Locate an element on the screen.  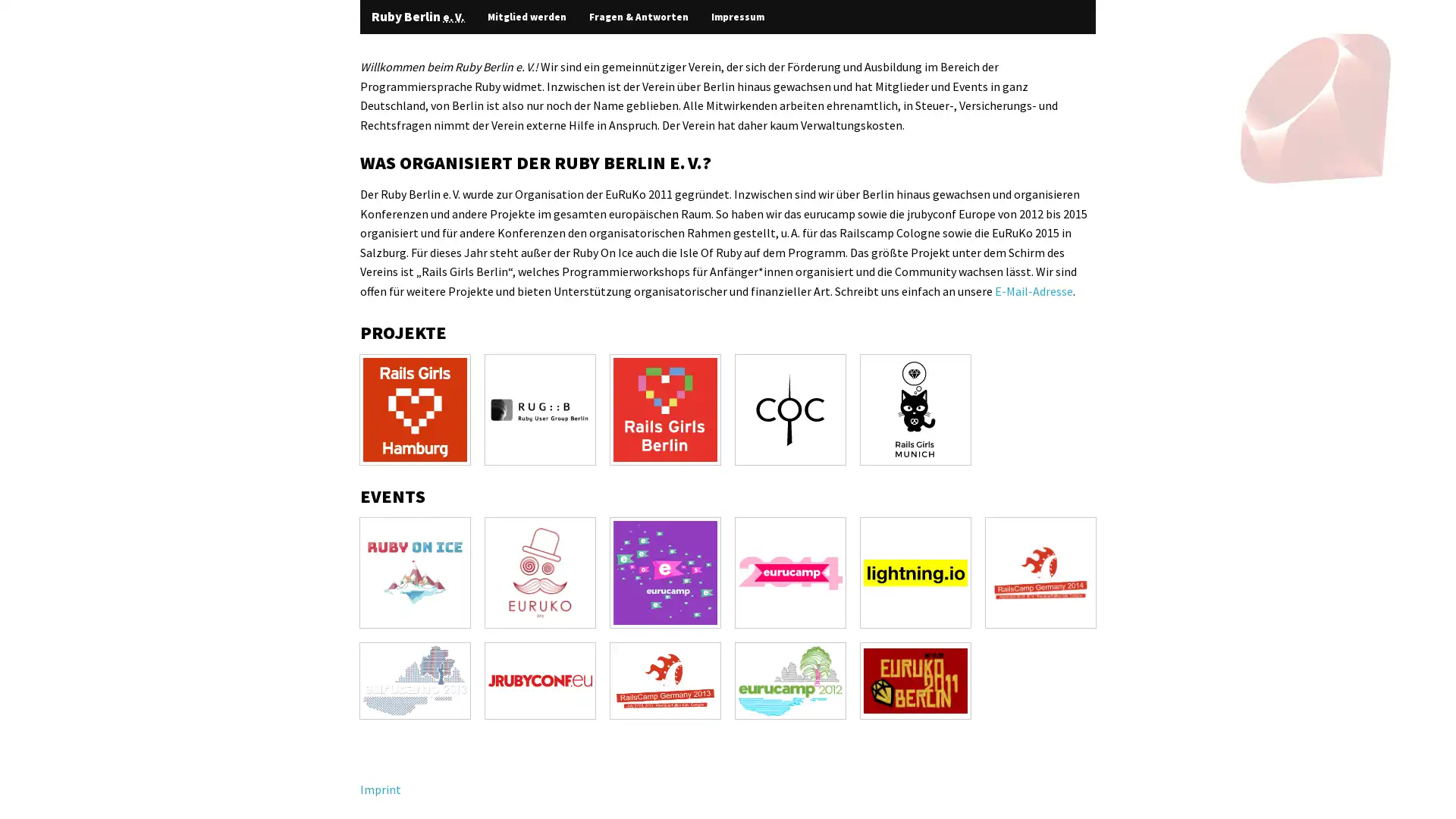
Berlin code of conduct is located at coordinates (789, 408).